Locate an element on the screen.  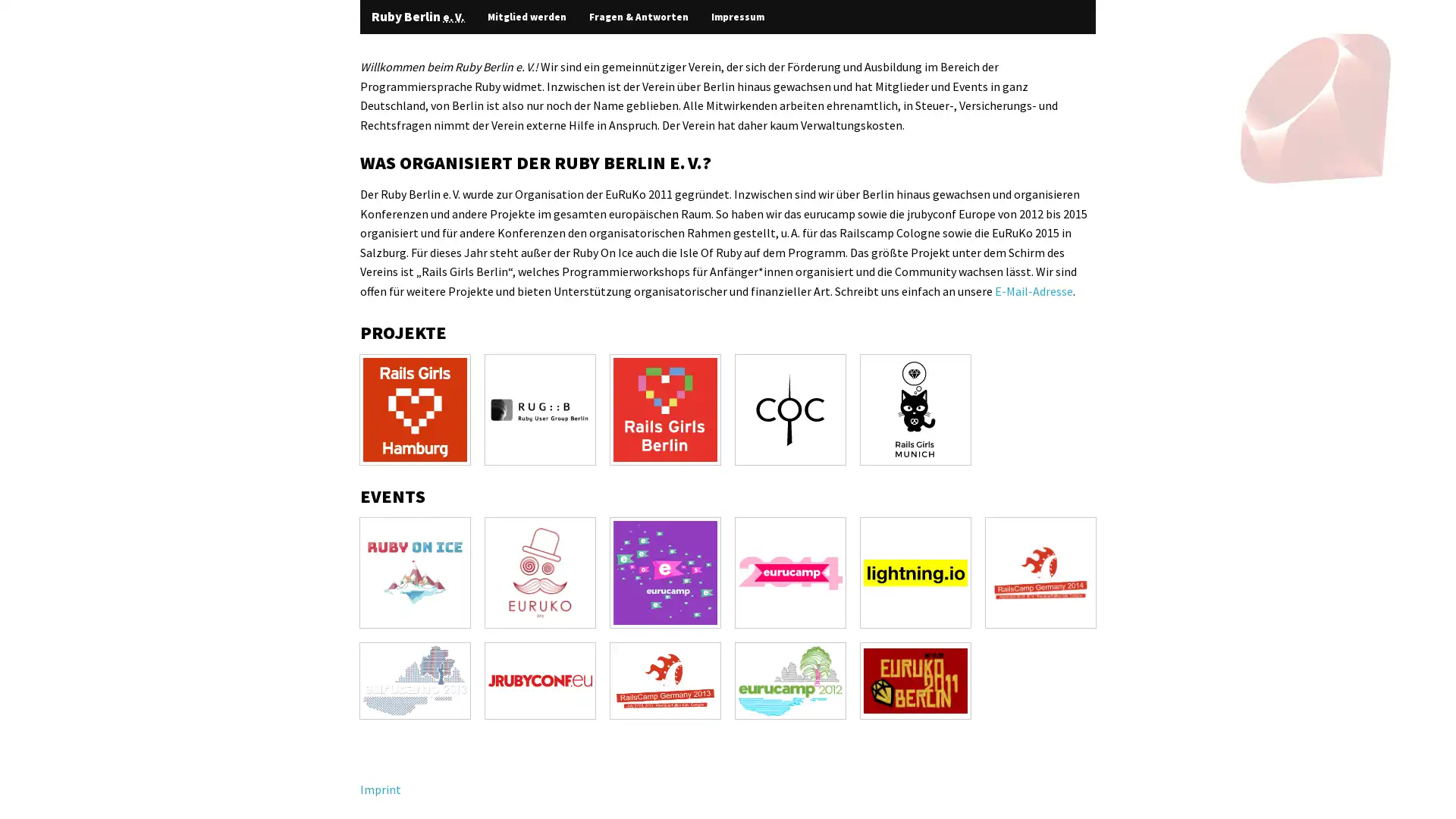
Berlin code of conduct is located at coordinates (789, 408).